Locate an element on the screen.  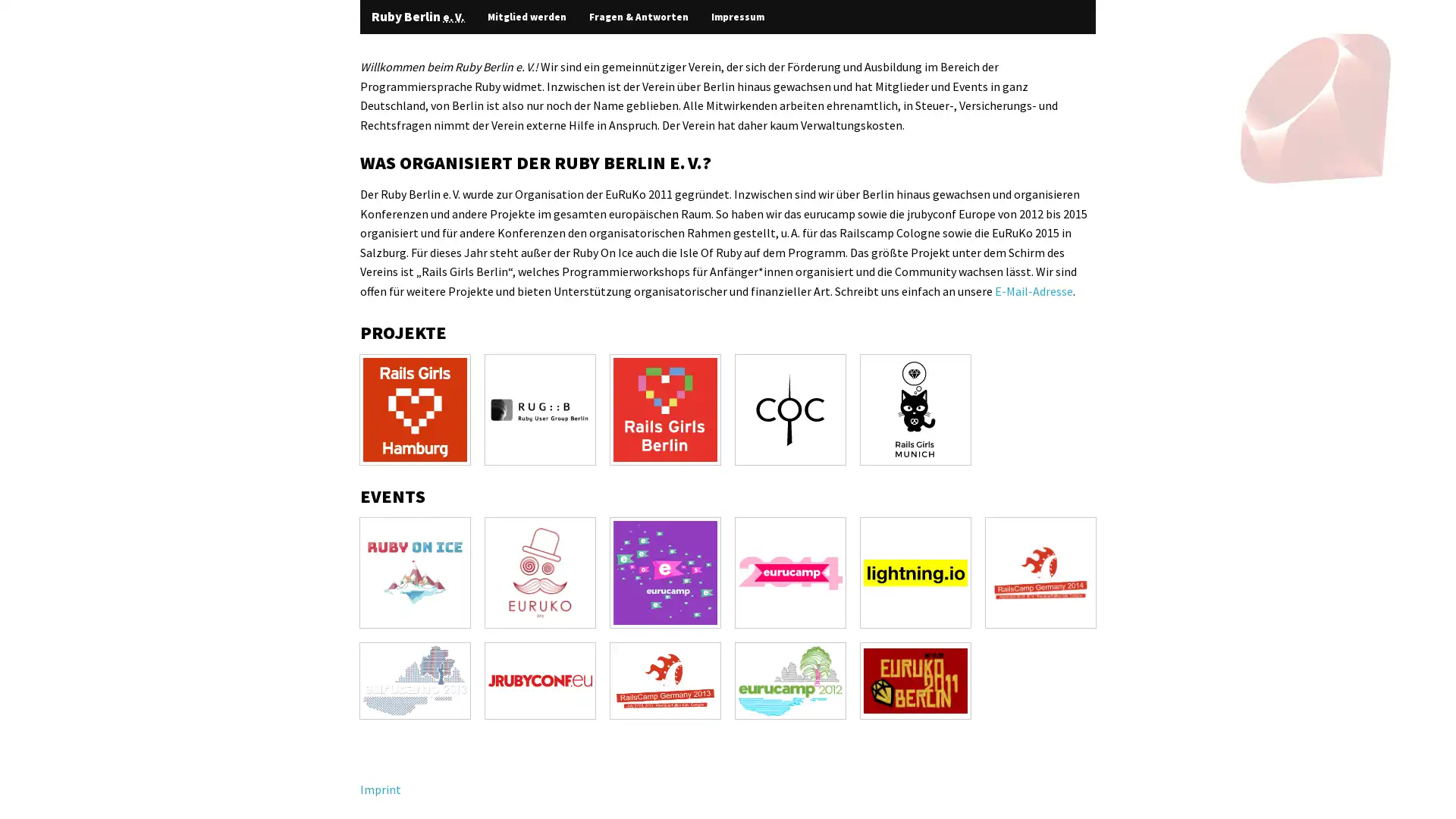
Berlin code of conduct is located at coordinates (789, 408).